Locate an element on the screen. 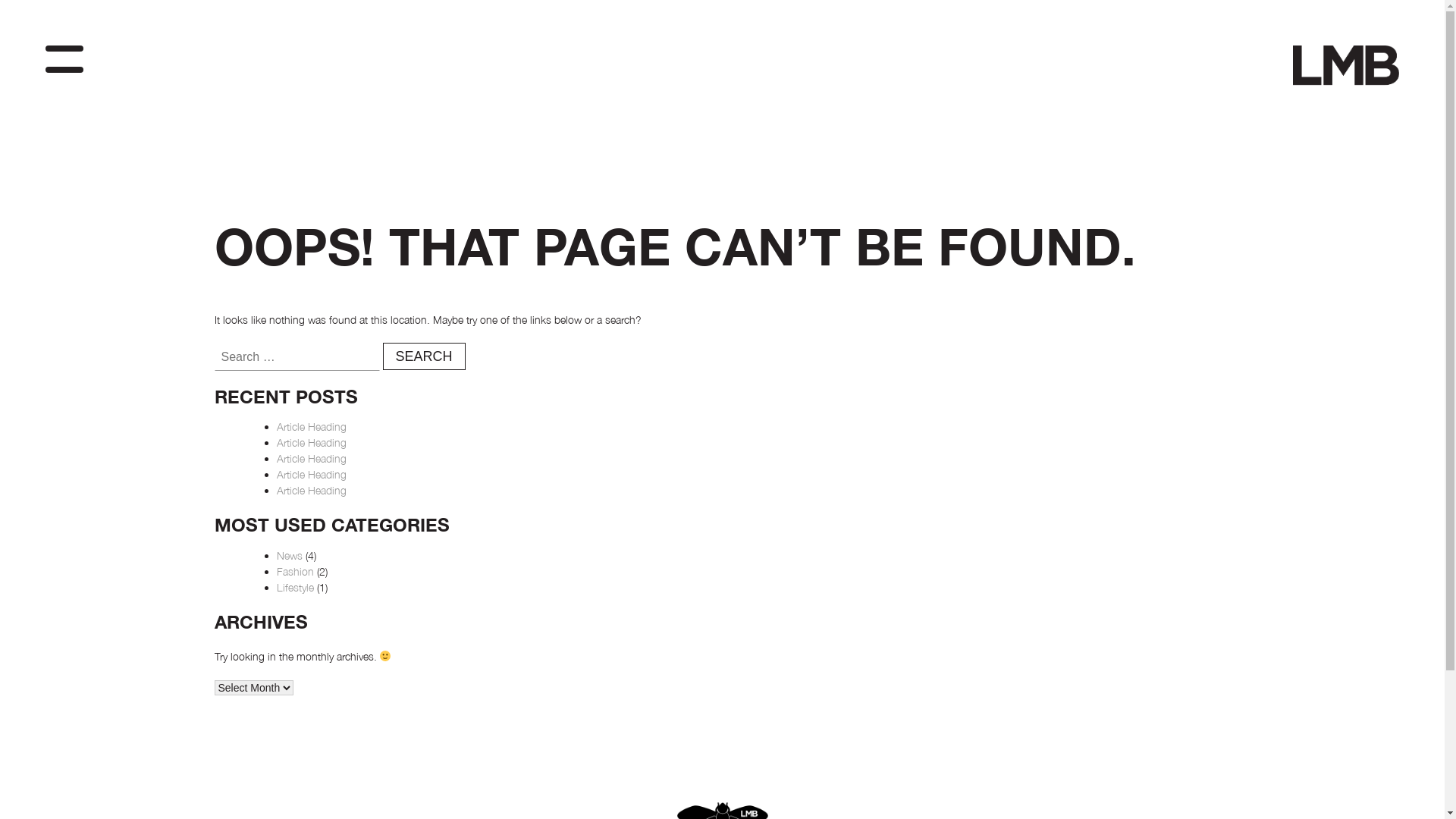 Image resolution: width=1456 pixels, height=819 pixels. 'Article Heading' is located at coordinates (309, 473).